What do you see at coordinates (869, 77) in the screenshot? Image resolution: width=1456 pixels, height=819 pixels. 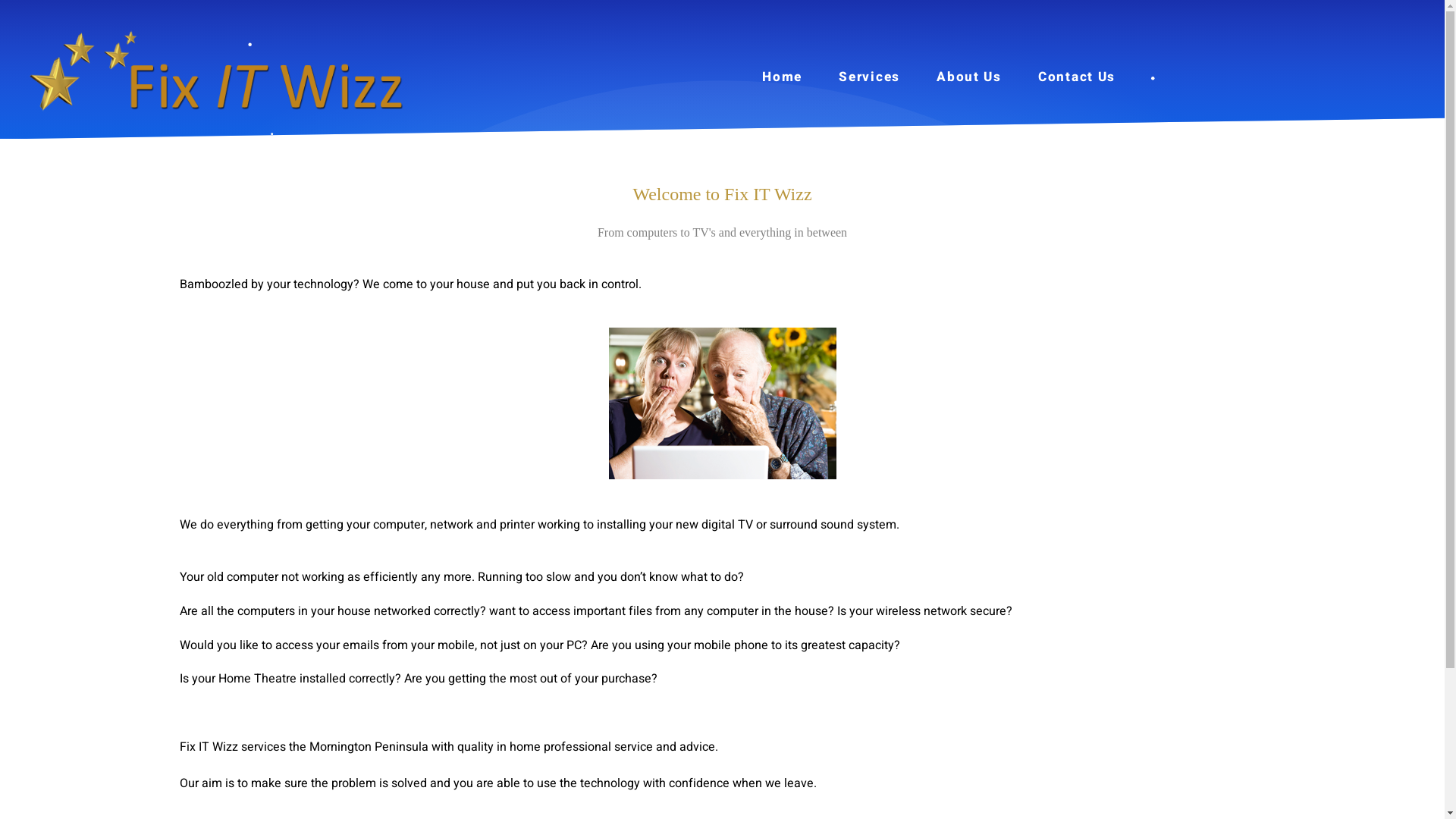 I see `'Services'` at bounding box center [869, 77].